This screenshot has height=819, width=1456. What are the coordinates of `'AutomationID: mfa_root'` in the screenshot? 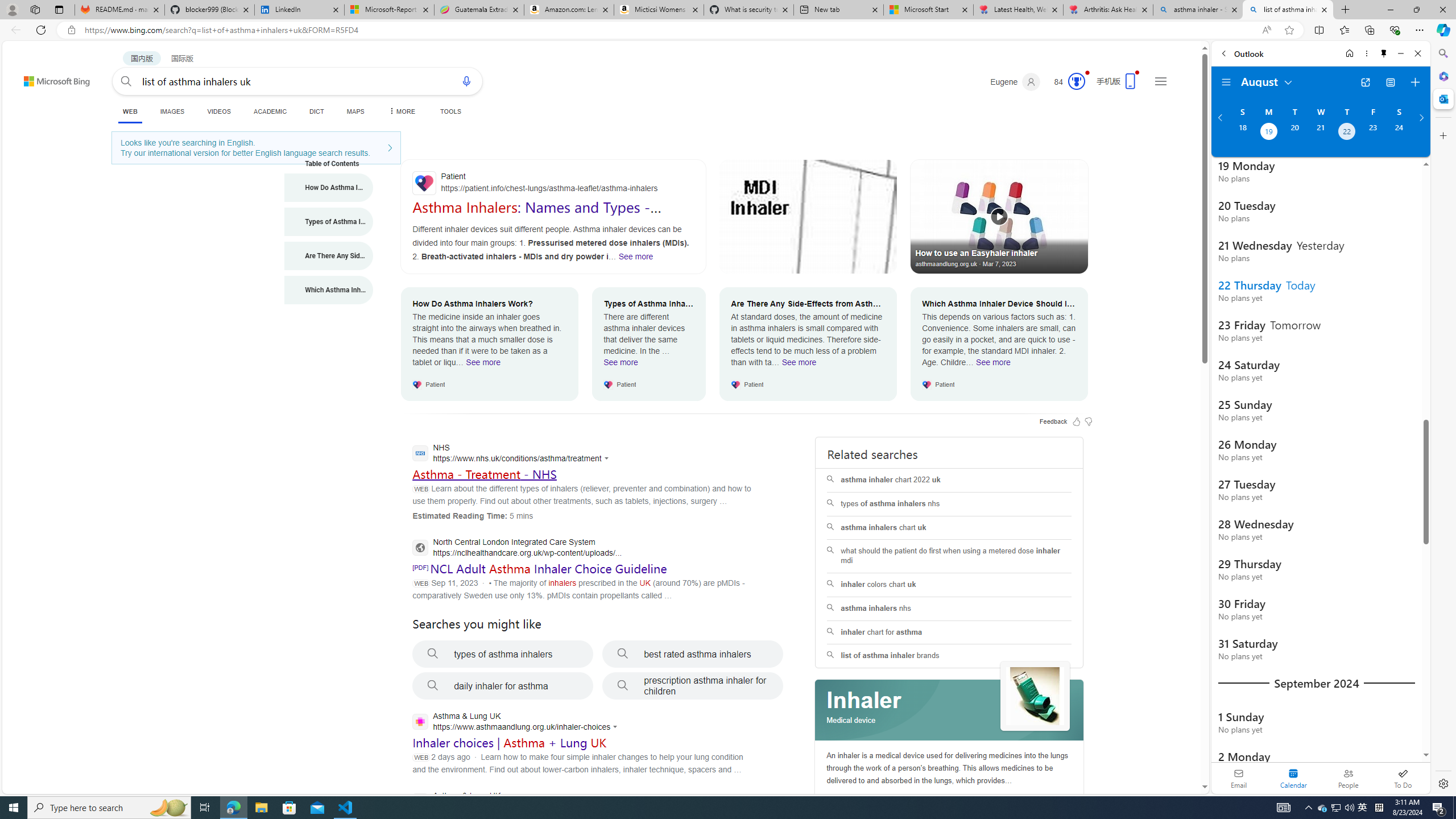 It's located at (1161, 753).